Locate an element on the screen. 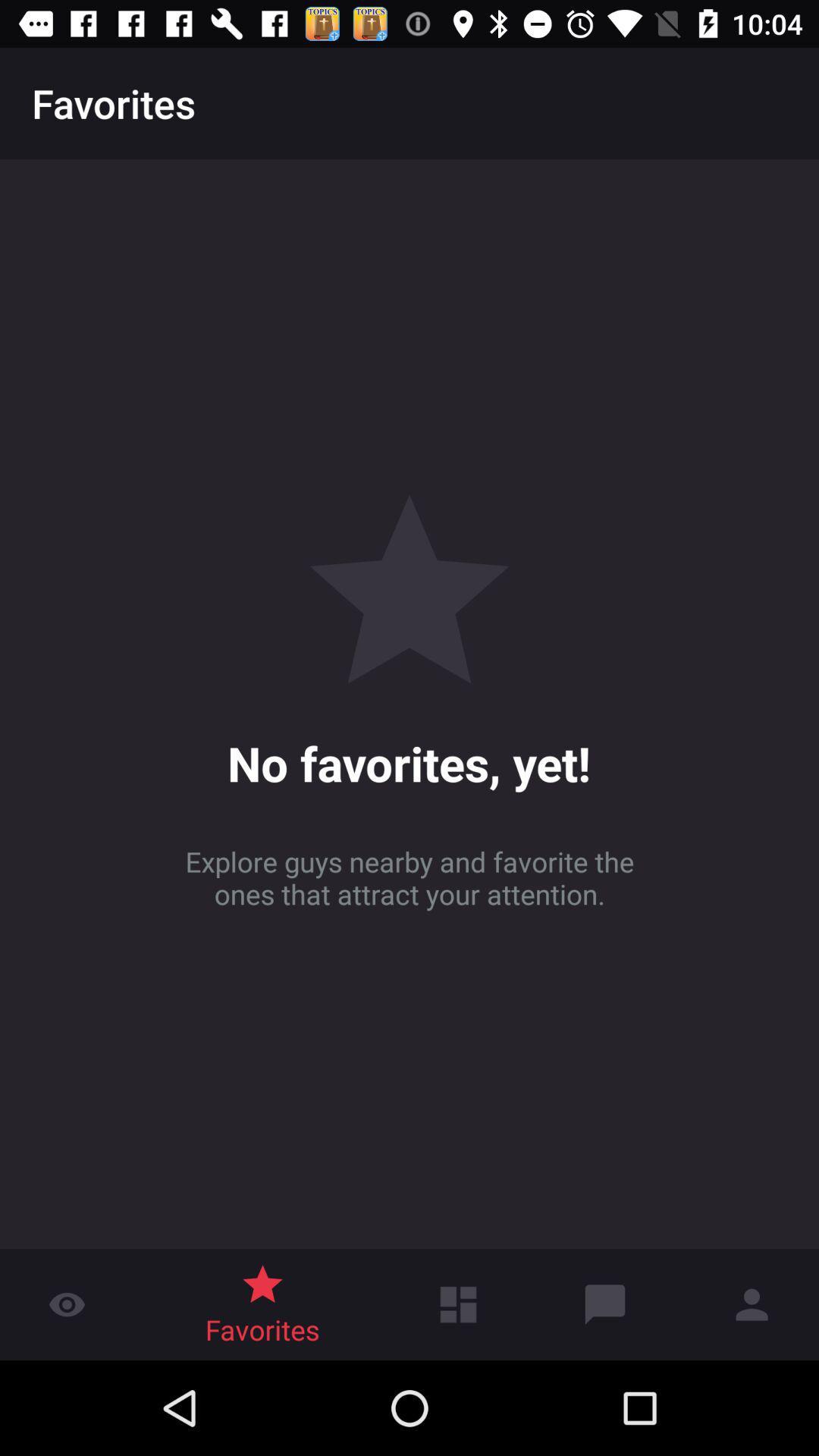  the icon to the left side of favorites in the bottom left corner is located at coordinates (66, 1288).